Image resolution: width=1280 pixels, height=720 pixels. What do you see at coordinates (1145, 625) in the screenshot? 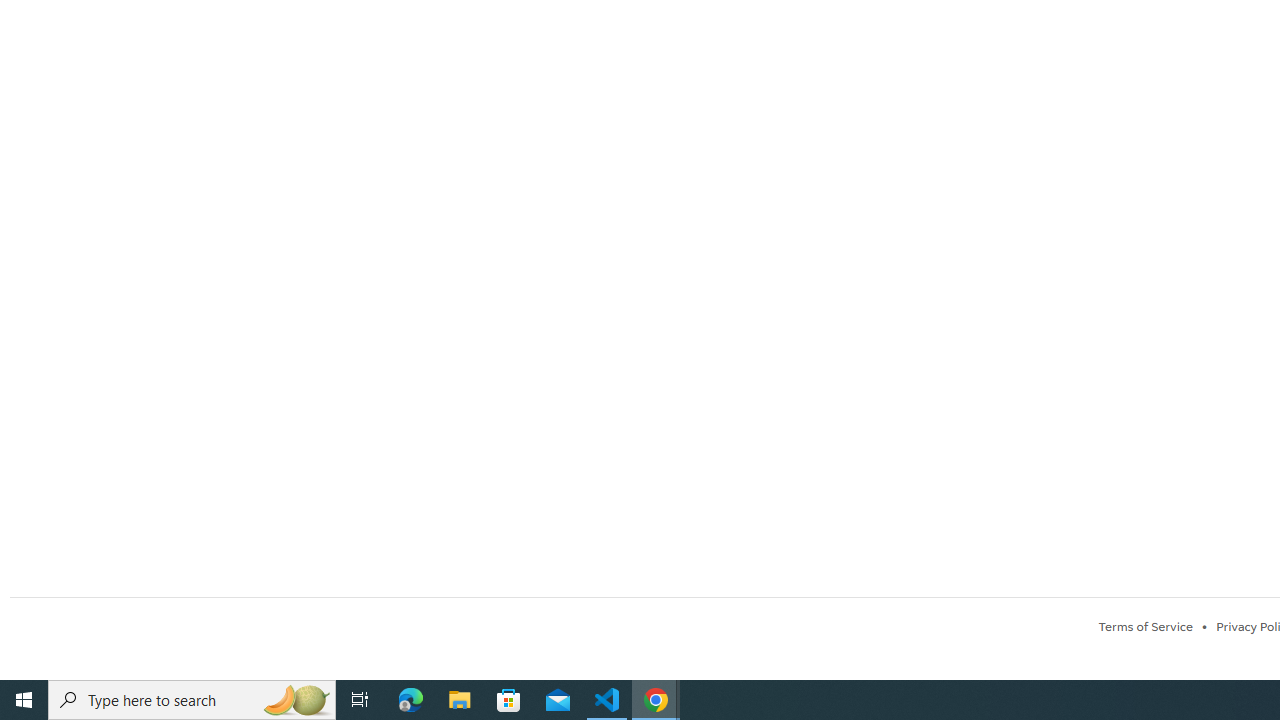
I see `'Terms of Service'` at bounding box center [1145, 625].